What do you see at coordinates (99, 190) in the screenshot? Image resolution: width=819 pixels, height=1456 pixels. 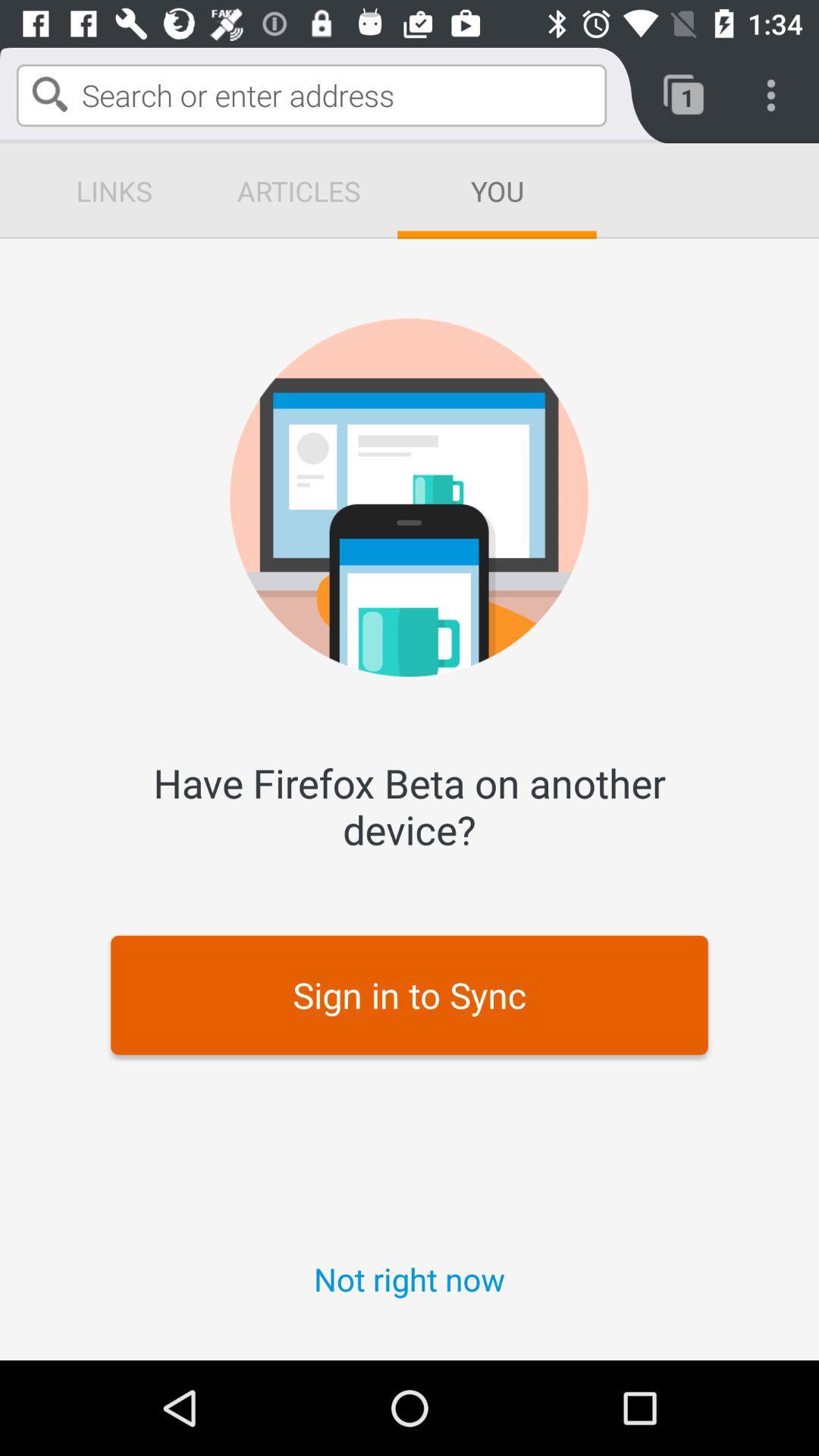 I see `the sign in to sync` at bounding box center [99, 190].